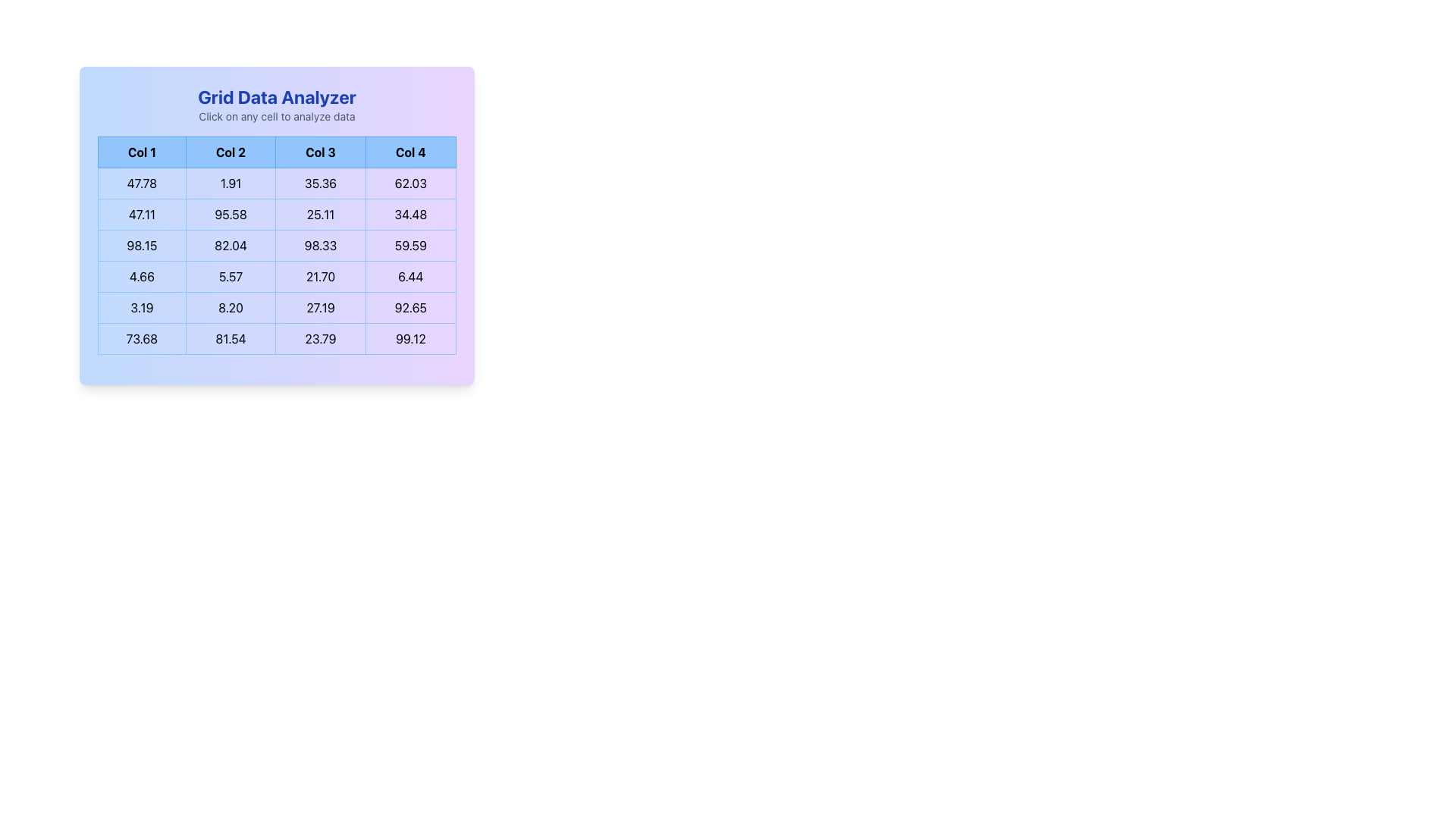 This screenshot has width=1456, height=819. I want to click on the Display cell that shows the numerical value '8.20', which is the second cell in the third row of a tabular grid, so click(230, 307).